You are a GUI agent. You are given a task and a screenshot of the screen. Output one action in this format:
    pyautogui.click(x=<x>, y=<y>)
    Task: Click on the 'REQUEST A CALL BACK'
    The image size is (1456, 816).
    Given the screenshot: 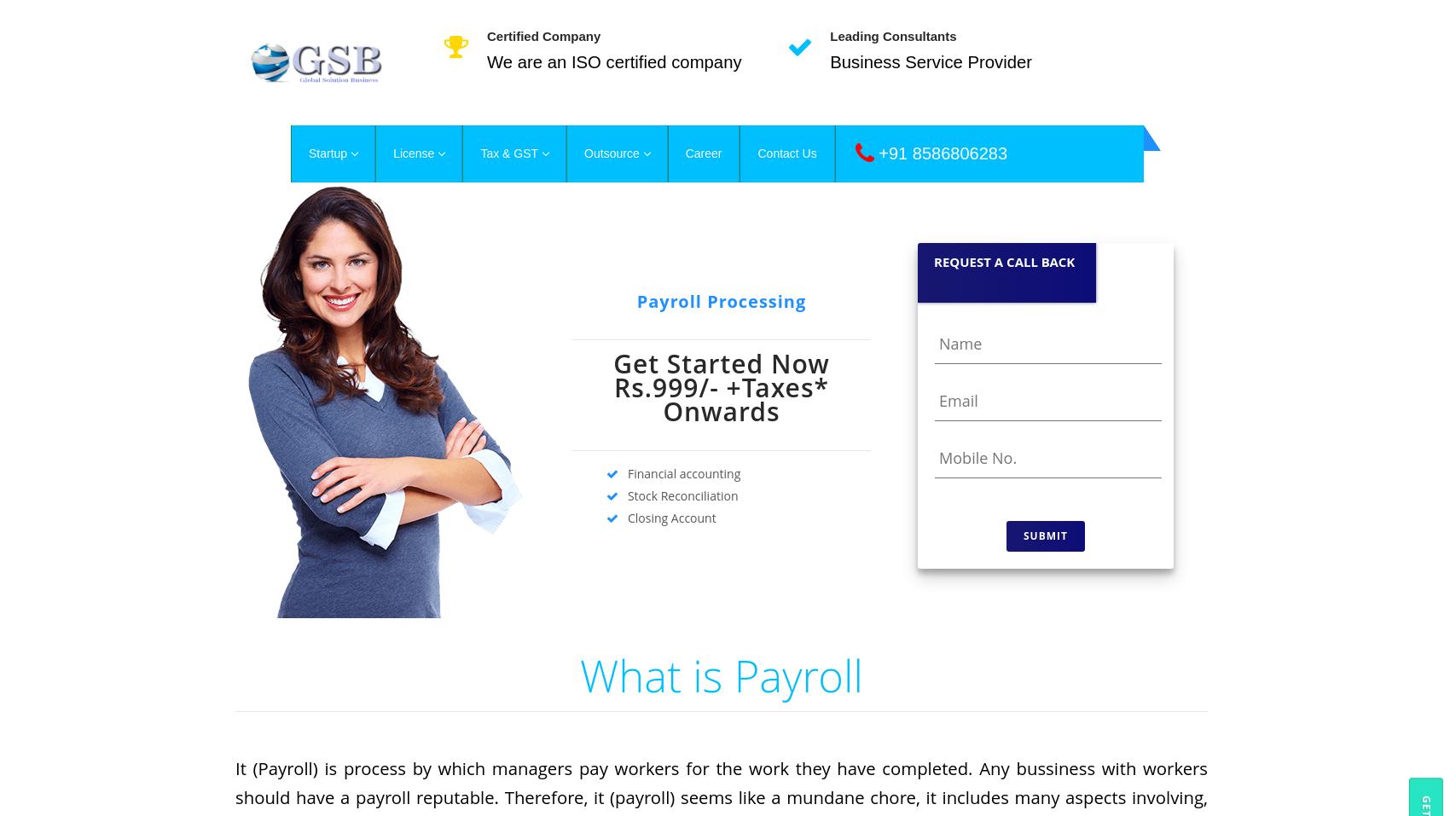 What is the action you would take?
    pyautogui.click(x=1003, y=260)
    